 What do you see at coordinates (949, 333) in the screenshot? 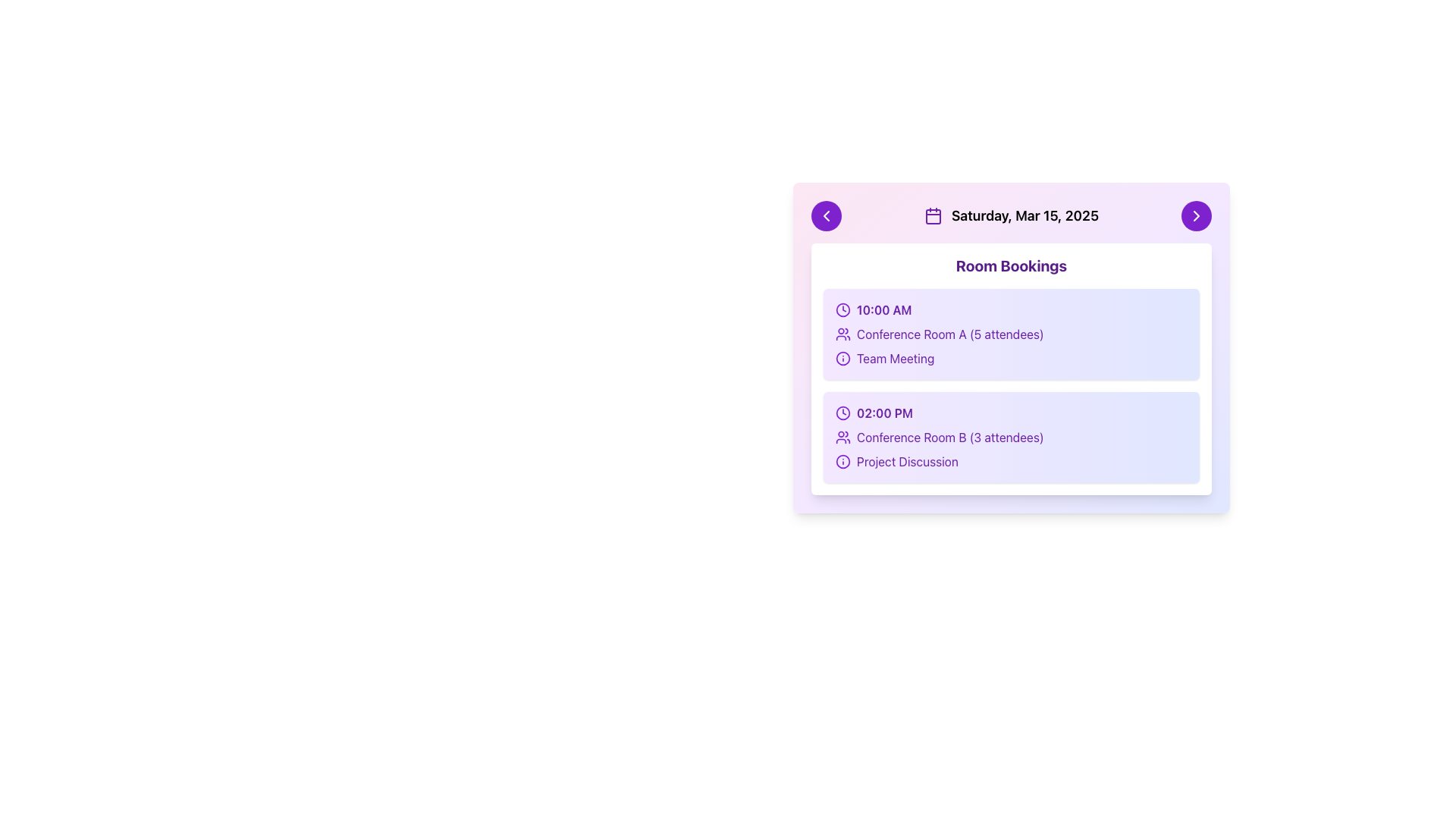
I see `the text label displaying 'Conference Room A (5 attendees)', which is styled in bold purple font and located within the Room Bookings section` at bounding box center [949, 333].